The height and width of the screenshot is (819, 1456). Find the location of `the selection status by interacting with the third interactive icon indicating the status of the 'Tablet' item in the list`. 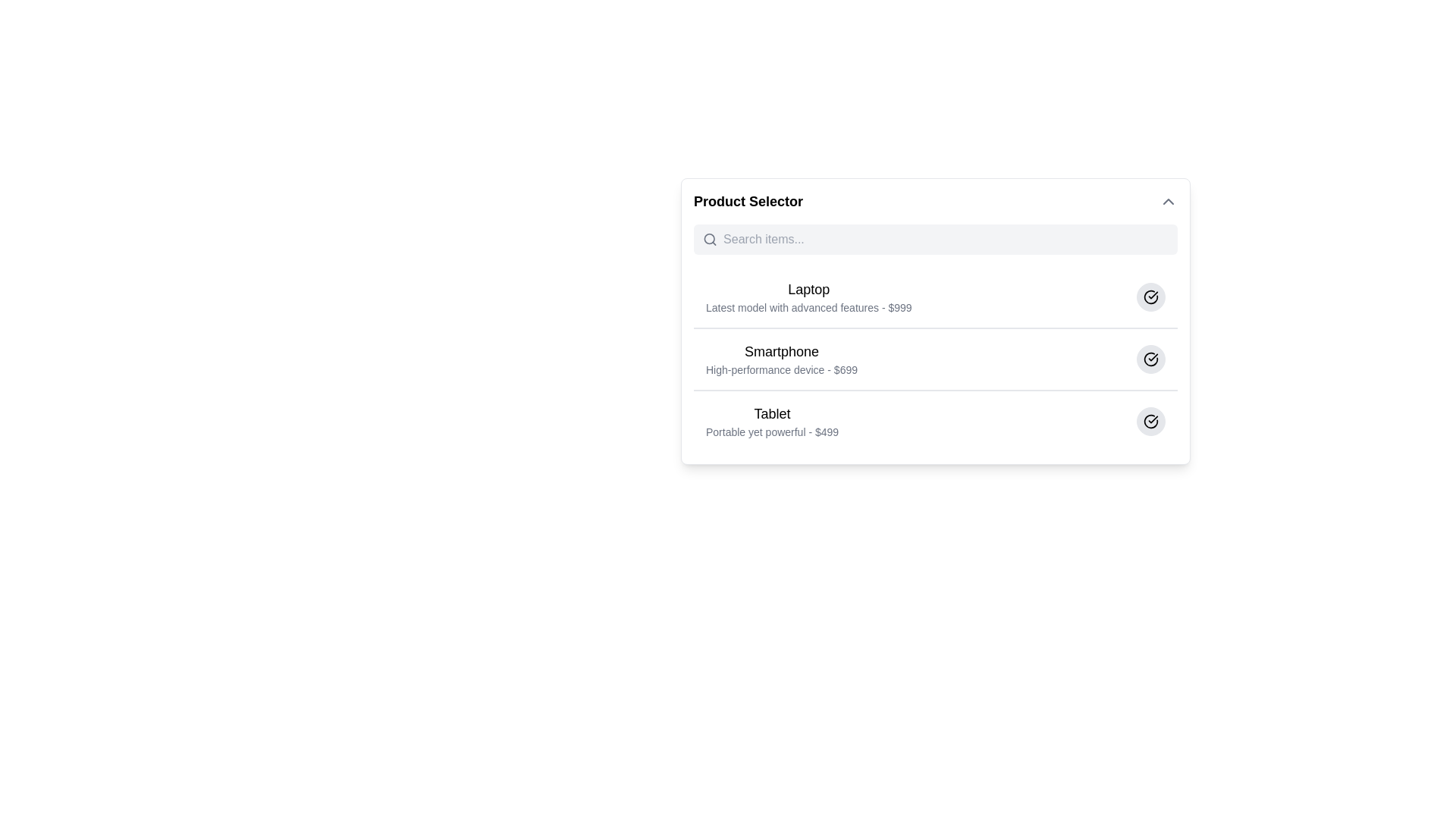

the selection status by interacting with the third interactive icon indicating the status of the 'Tablet' item in the list is located at coordinates (1150, 421).